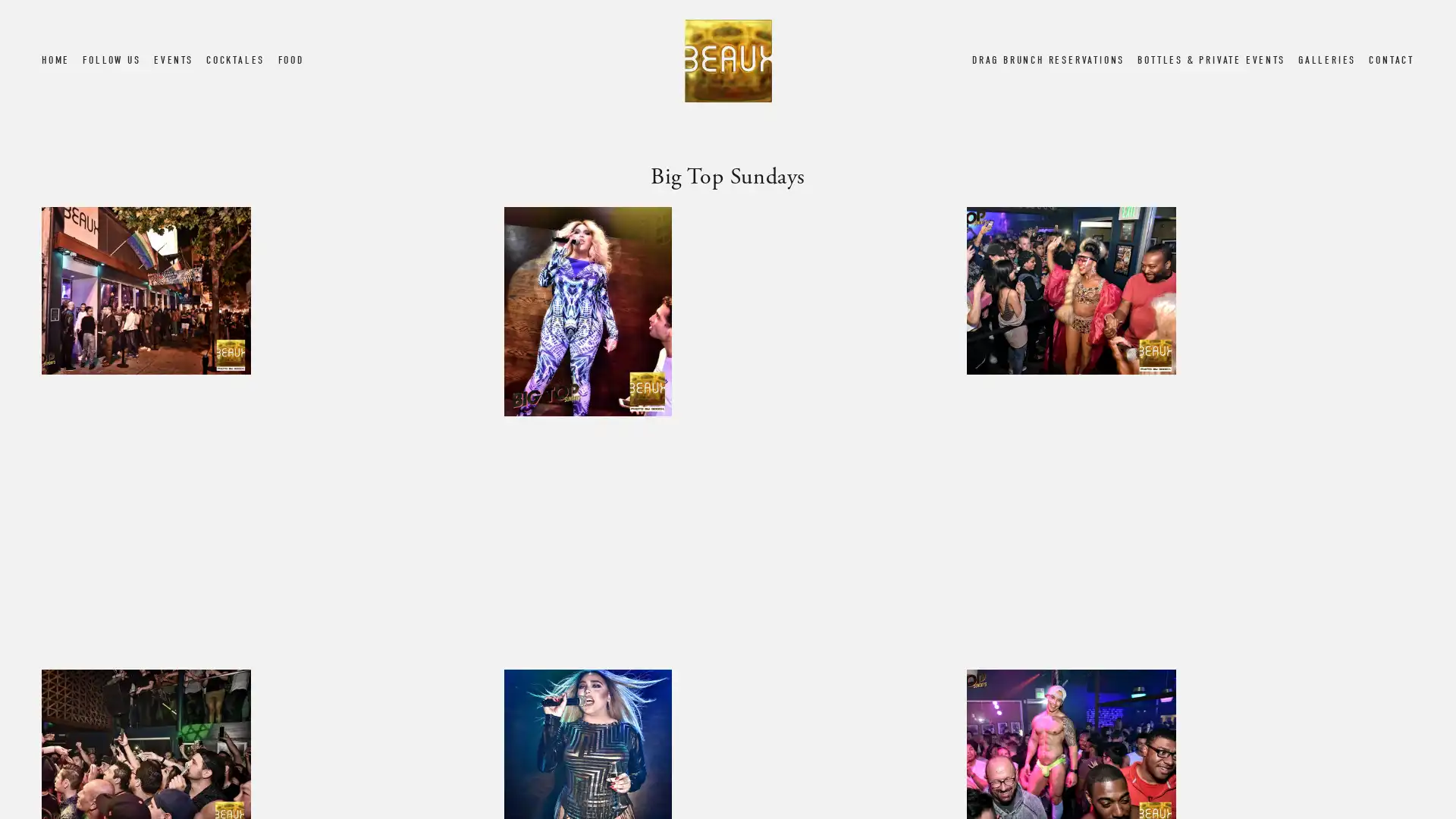 The width and height of the screenshot is (1456, 819). Describe the element at coordinates (265, 430) in the screenshot. I see `View fullsize Big Top Sunday 1.jpg` at that location.